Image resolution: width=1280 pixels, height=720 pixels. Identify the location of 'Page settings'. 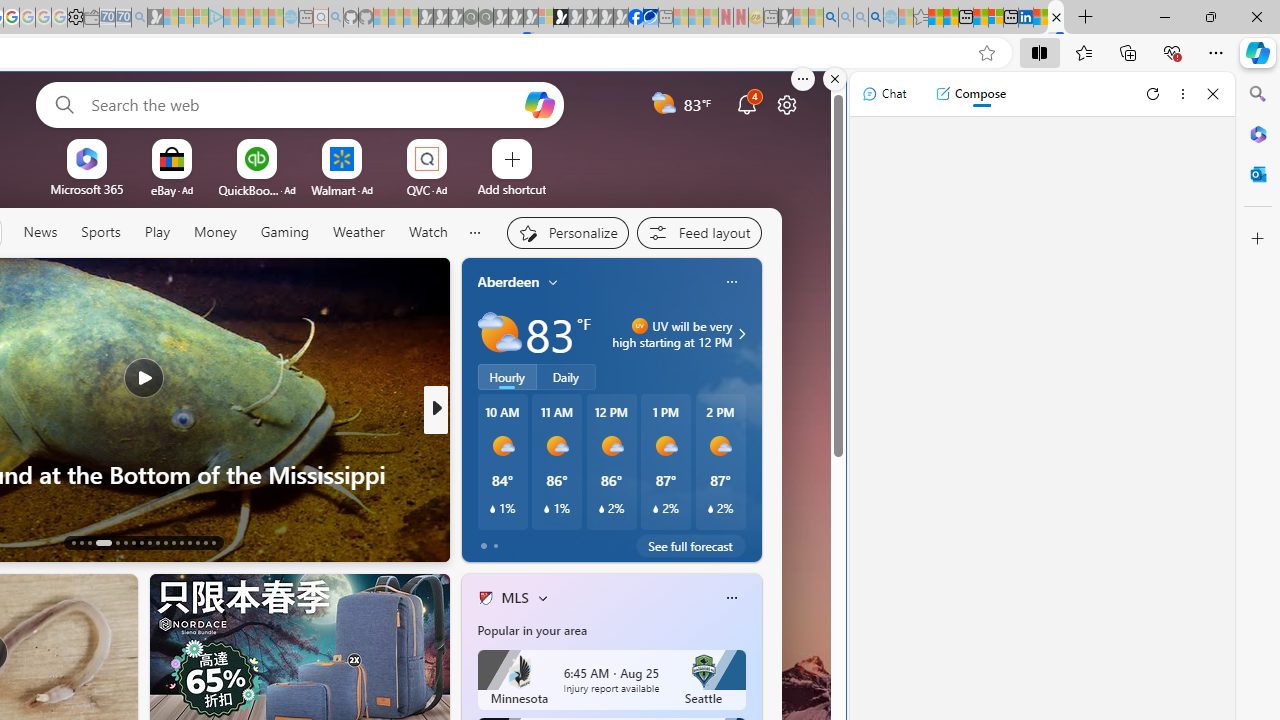
(785, 105).